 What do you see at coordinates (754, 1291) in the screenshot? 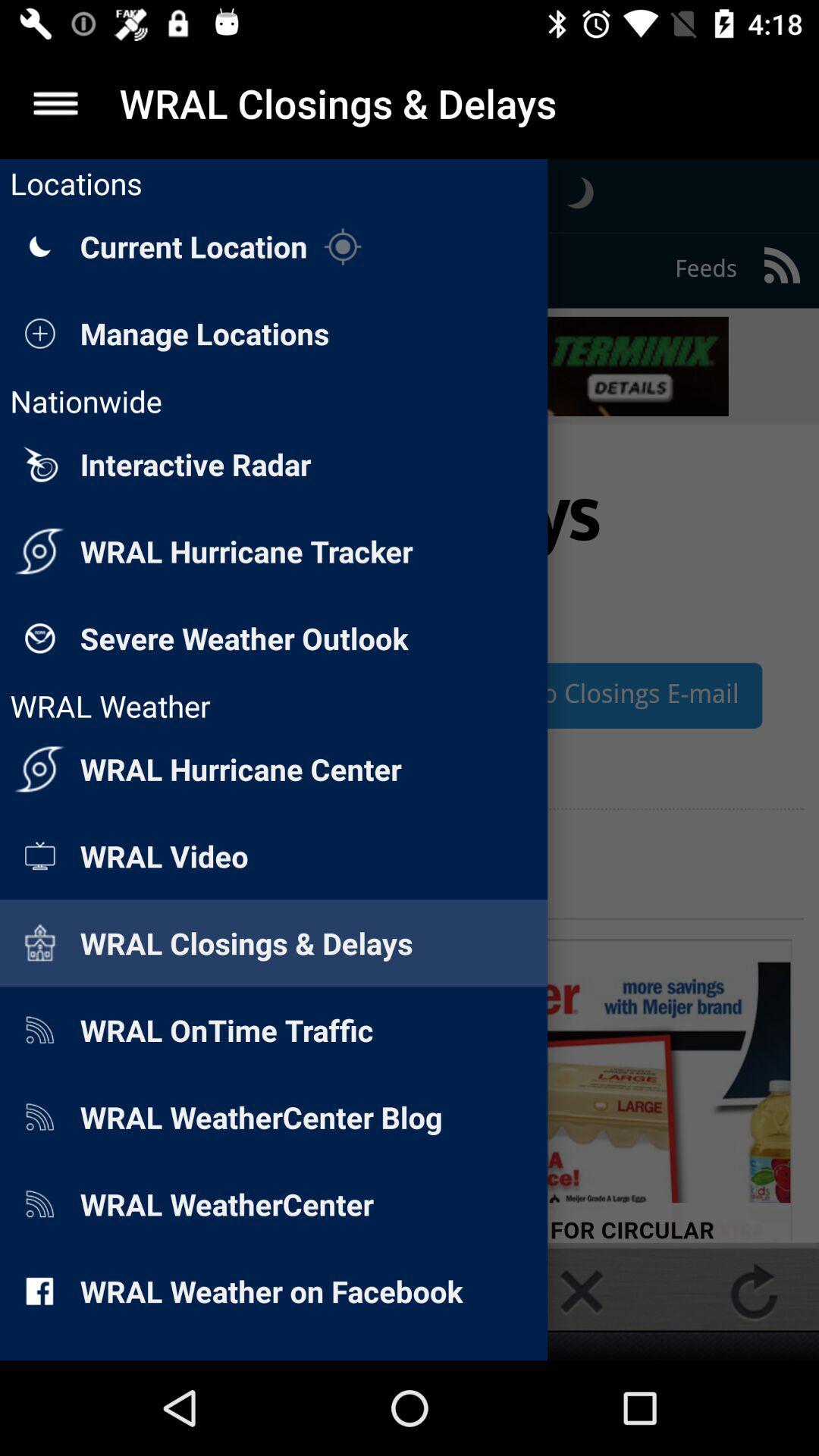
I see `the refresh icon` at bounding box center [754, 1291].